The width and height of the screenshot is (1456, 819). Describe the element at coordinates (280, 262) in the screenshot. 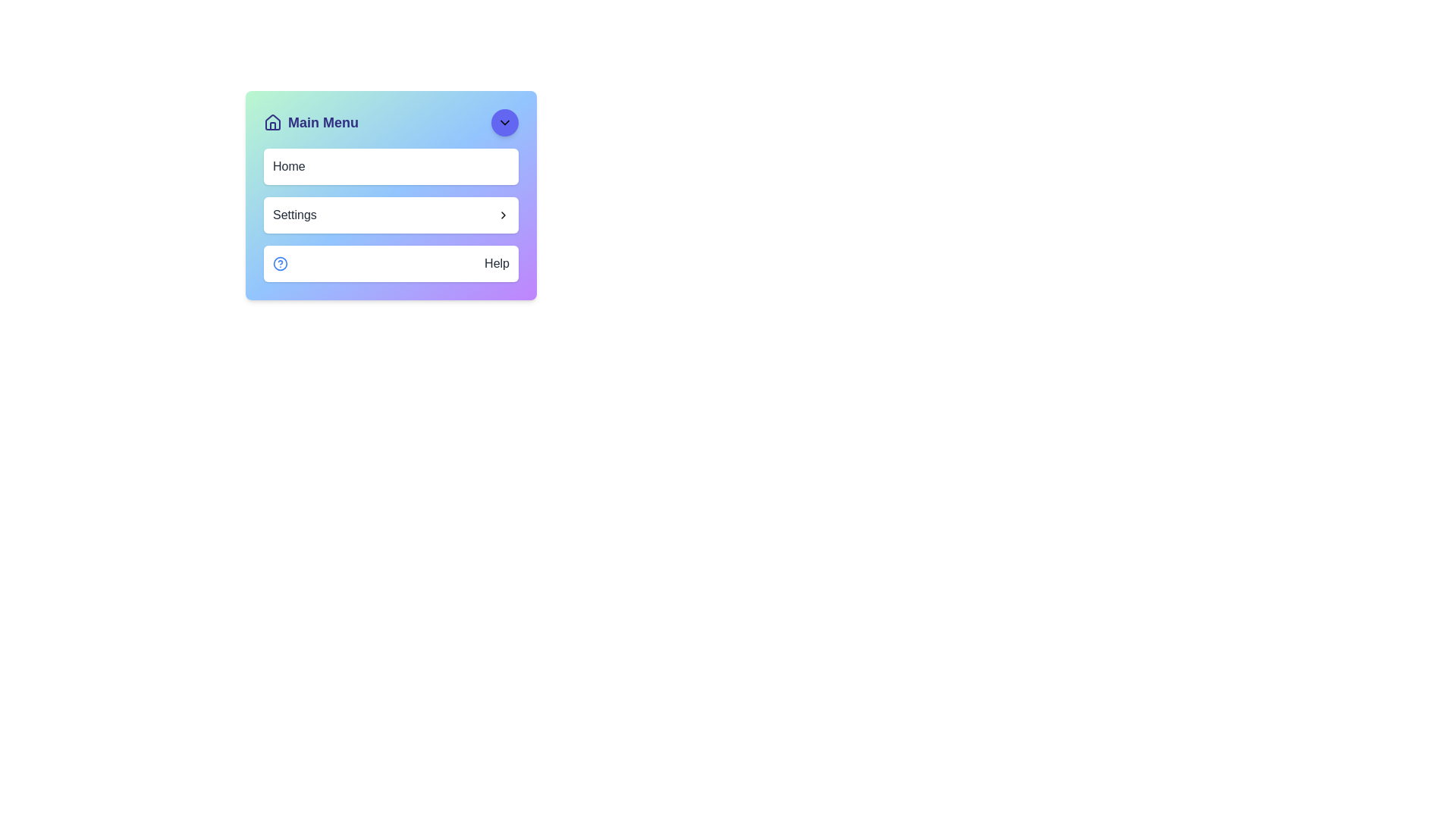

I see `the blue circular icon with a question mark inside, located to the left of the 'Help' text in the Help row of the menu-like card` at that location.